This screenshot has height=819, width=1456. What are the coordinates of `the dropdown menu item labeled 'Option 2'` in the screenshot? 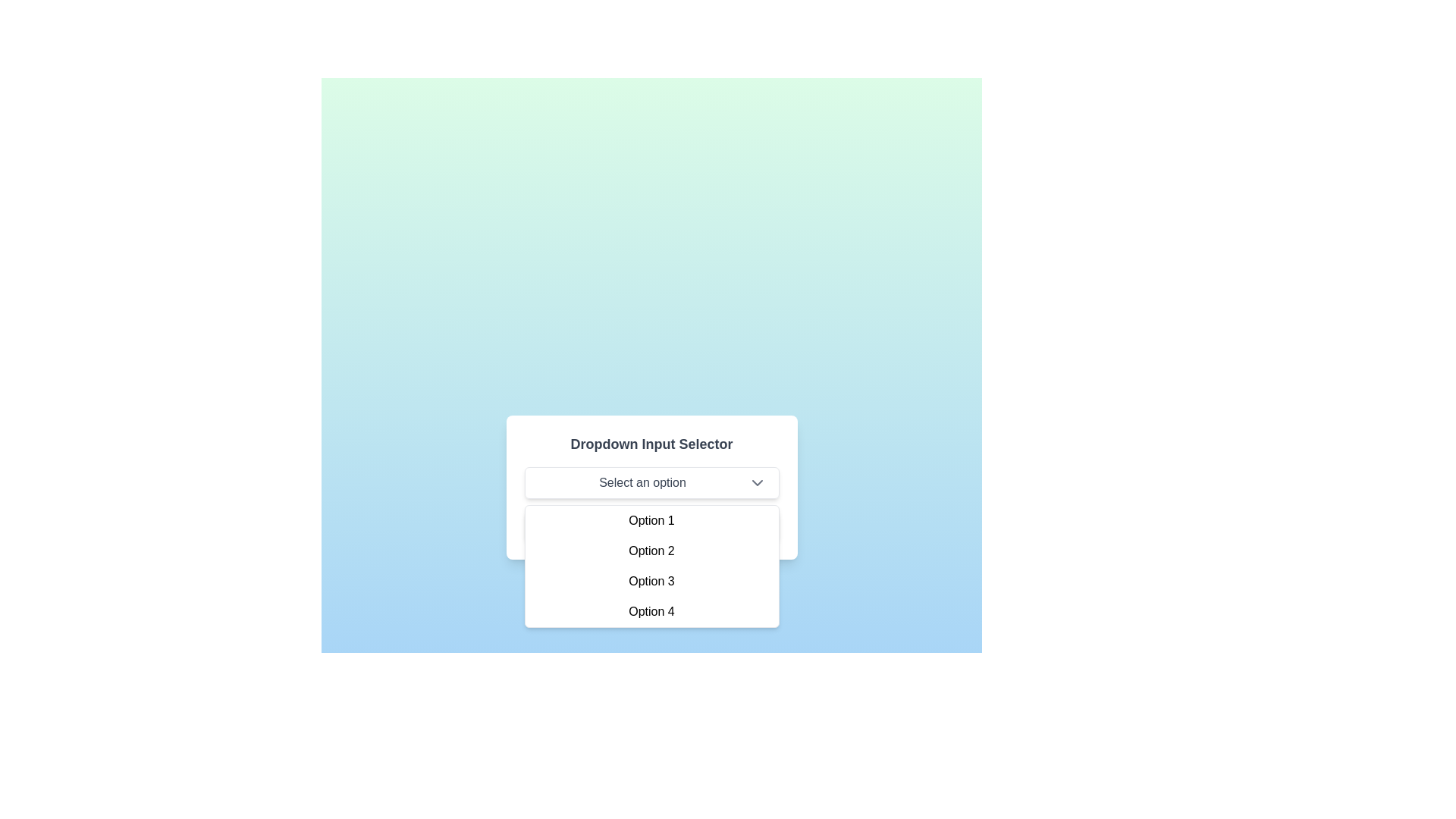 It's located at (651, 551).